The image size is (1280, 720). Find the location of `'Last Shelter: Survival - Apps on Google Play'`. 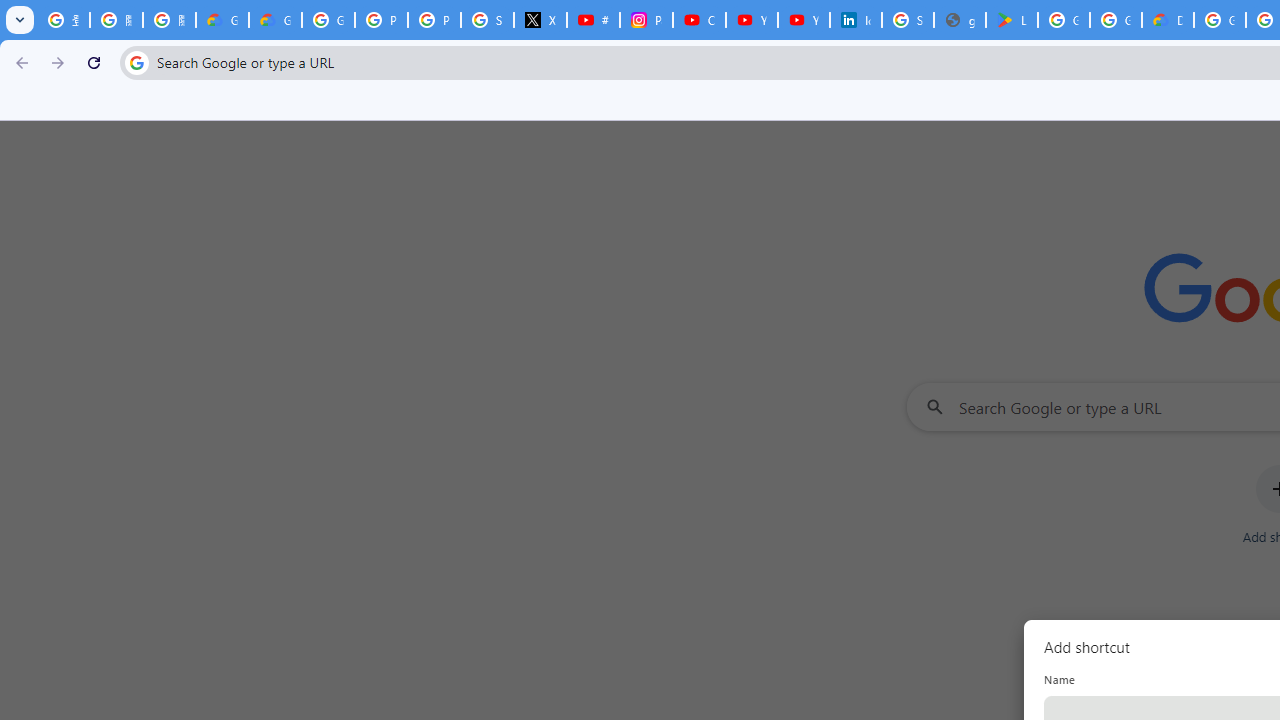

'Last Shelter: Survival - Apps on Google Play' is located at coordinates (1011, 20).